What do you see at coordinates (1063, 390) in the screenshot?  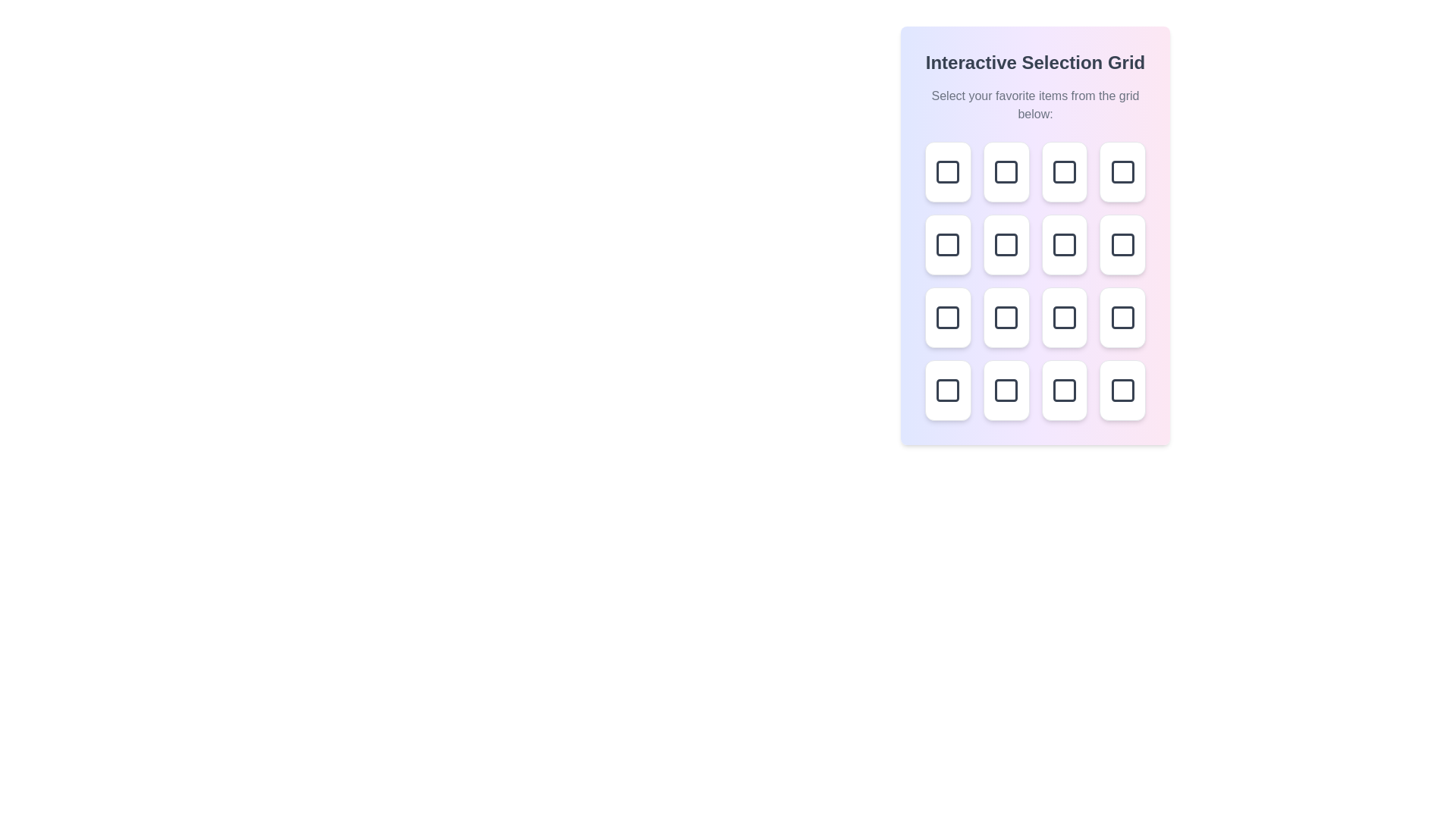 I see `the inner square shape located in the fifth item of the fourth row of the 'Interactive Selection Grid' by clicking on it` at bounding box center [1063, 390].